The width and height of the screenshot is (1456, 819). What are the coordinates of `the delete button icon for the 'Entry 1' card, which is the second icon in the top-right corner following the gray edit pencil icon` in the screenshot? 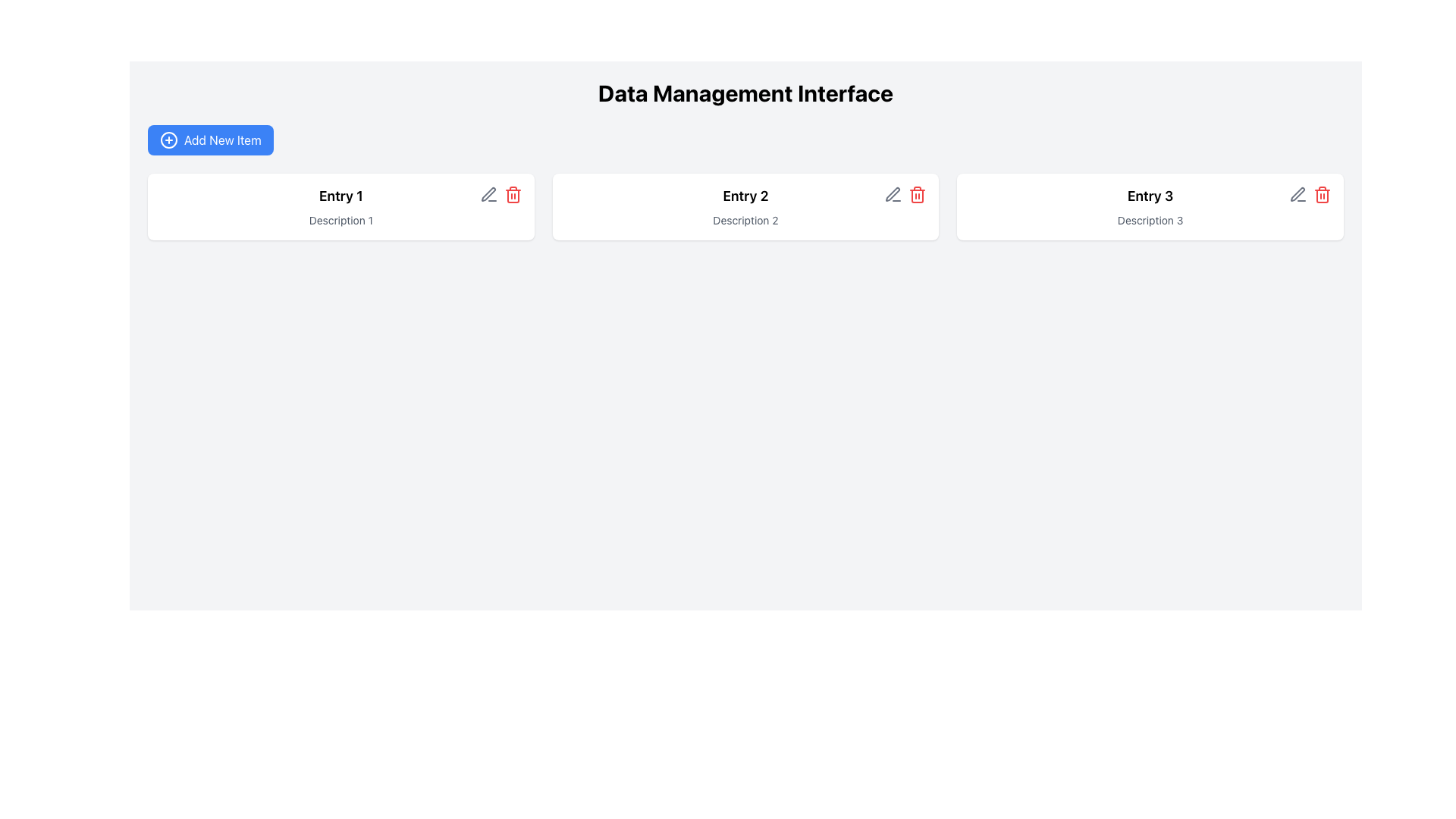 It's located at (513, 194).